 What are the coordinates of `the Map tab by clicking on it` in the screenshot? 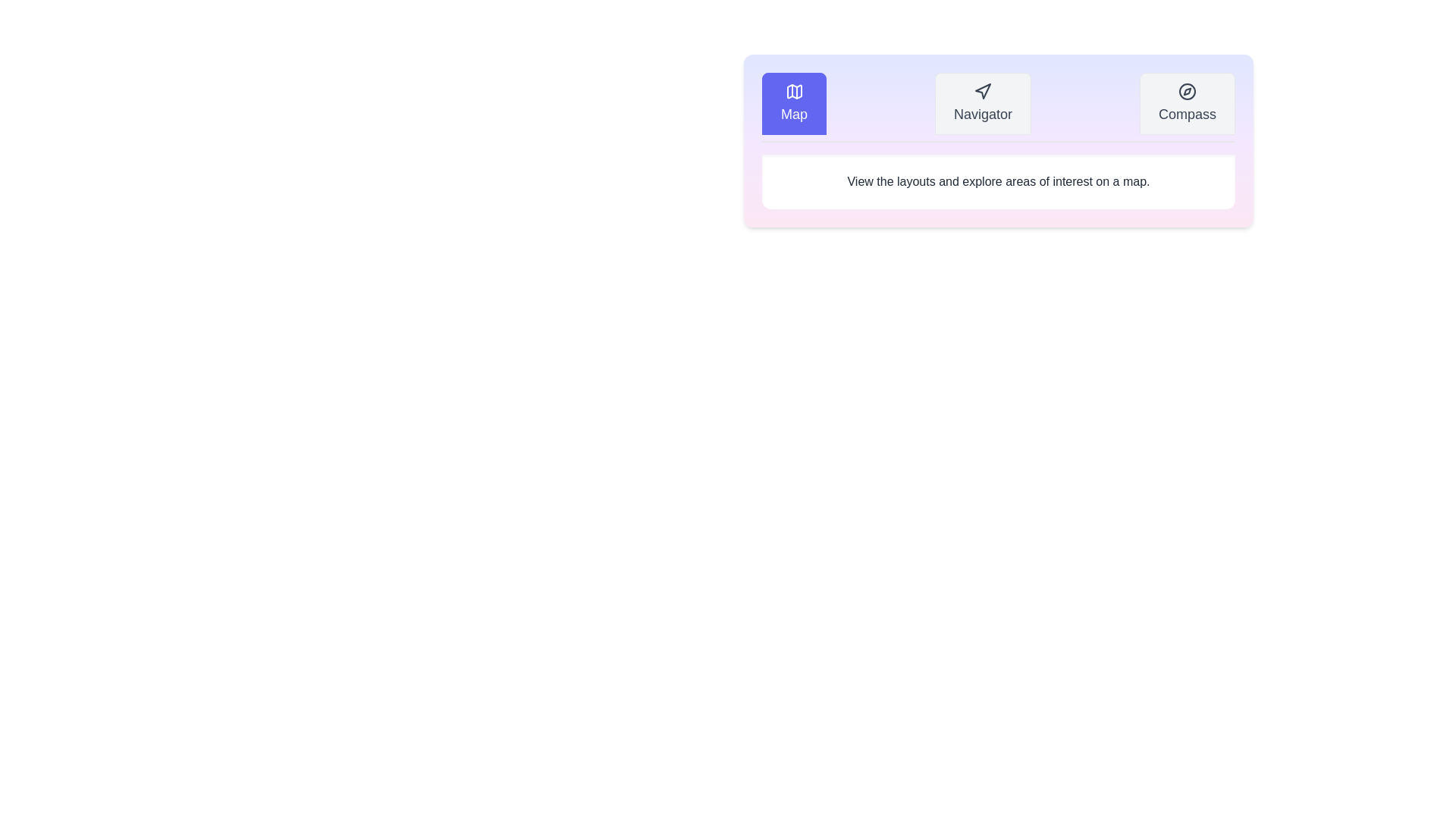 It's located at (793, 103).